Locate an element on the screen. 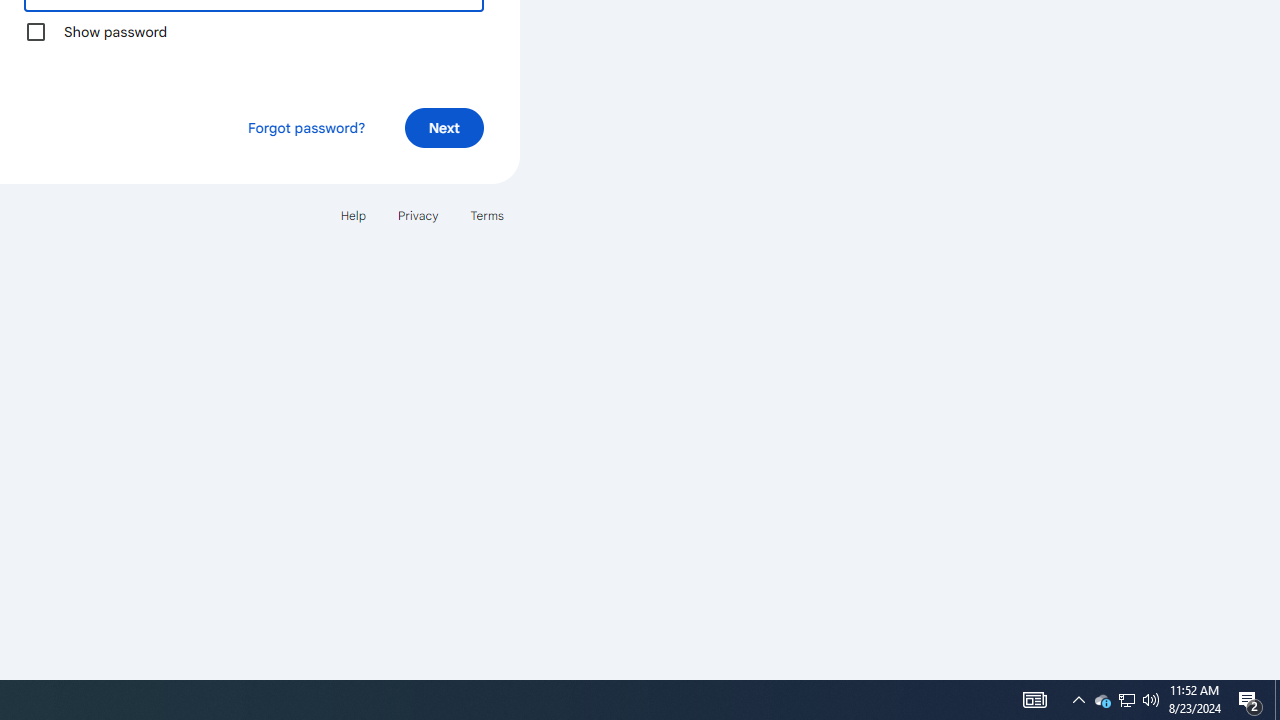 Image resolution: width=1280 pixels, height=720 pixels. 'Privacy' is located at coordinates (416, 215).